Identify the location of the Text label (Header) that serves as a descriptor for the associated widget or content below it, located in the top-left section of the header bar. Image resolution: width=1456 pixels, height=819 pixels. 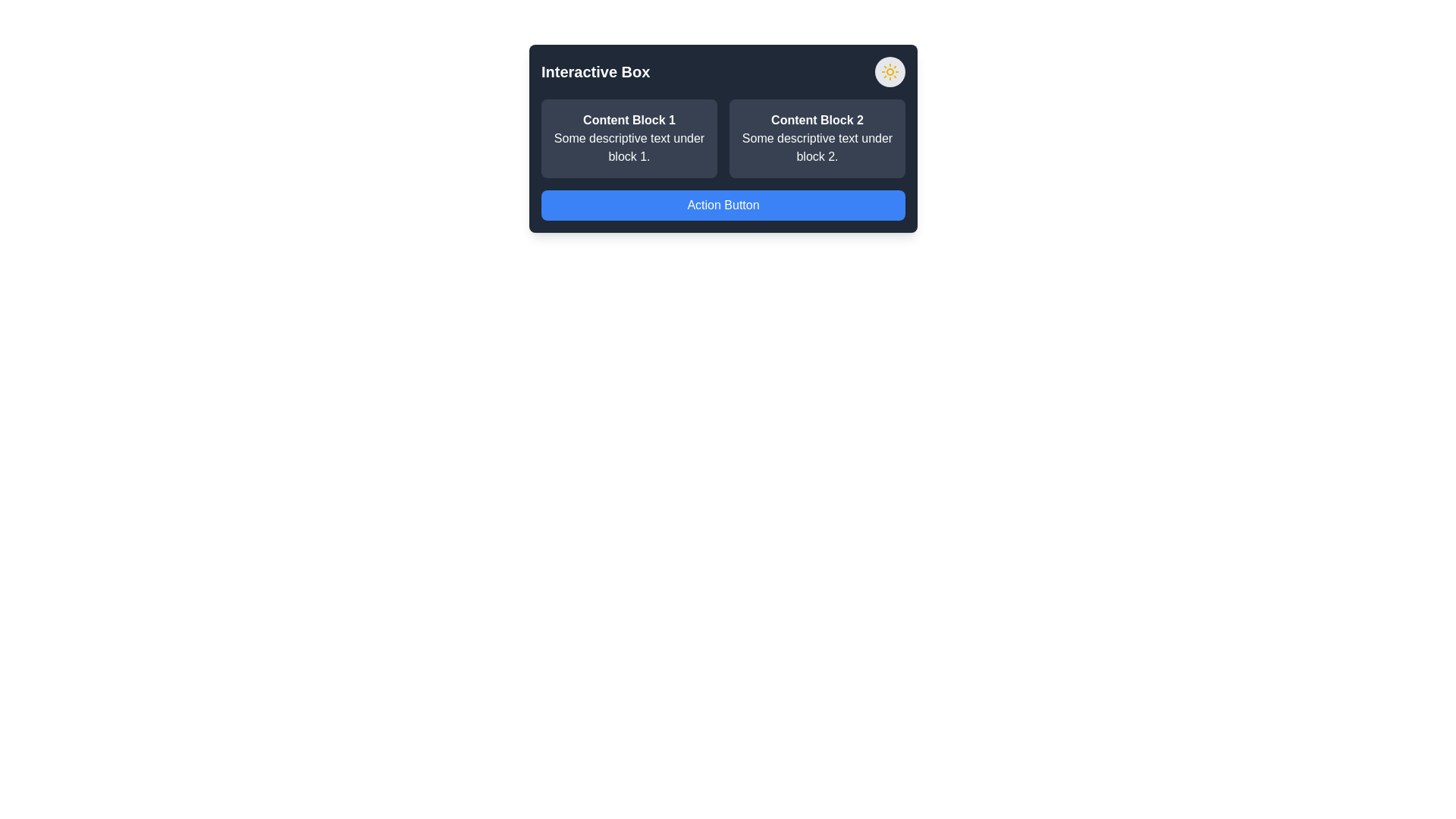
(595, 72).